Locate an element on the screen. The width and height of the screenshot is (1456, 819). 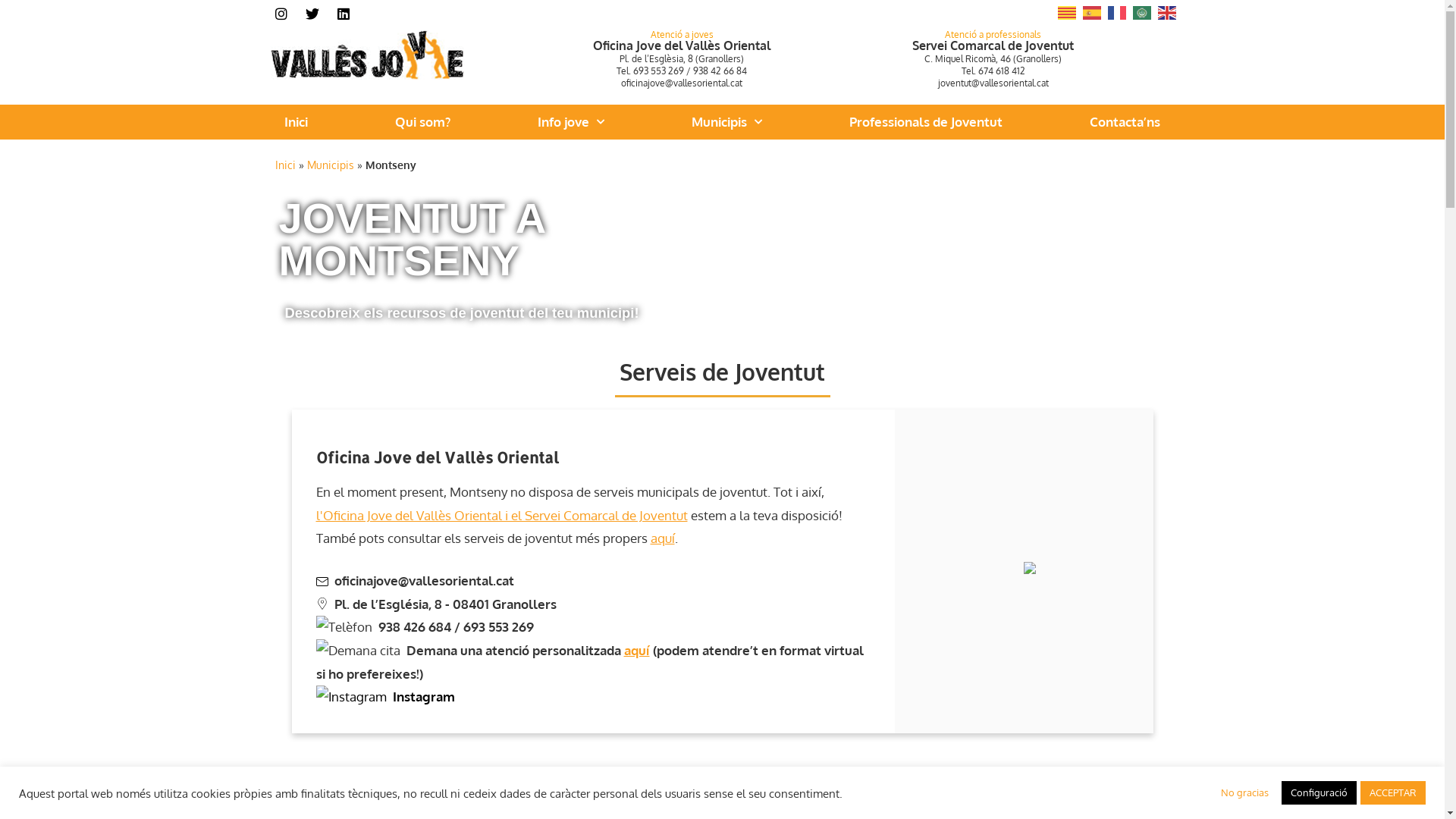
'Inici' is located at coordinates (284, 164).